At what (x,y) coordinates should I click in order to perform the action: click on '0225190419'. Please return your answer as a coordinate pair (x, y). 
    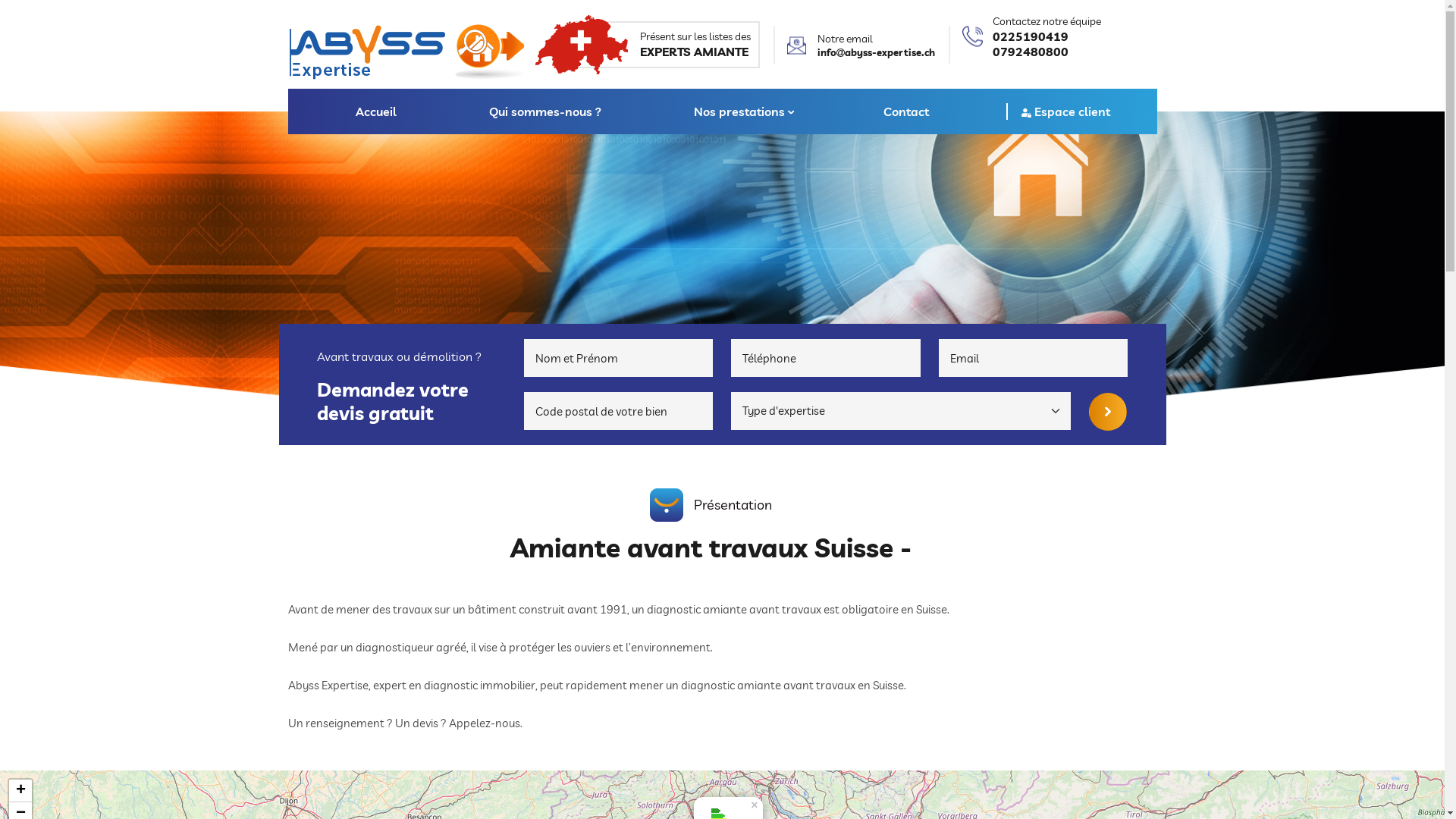
    Looking at the image, I should click on (1045, 35).